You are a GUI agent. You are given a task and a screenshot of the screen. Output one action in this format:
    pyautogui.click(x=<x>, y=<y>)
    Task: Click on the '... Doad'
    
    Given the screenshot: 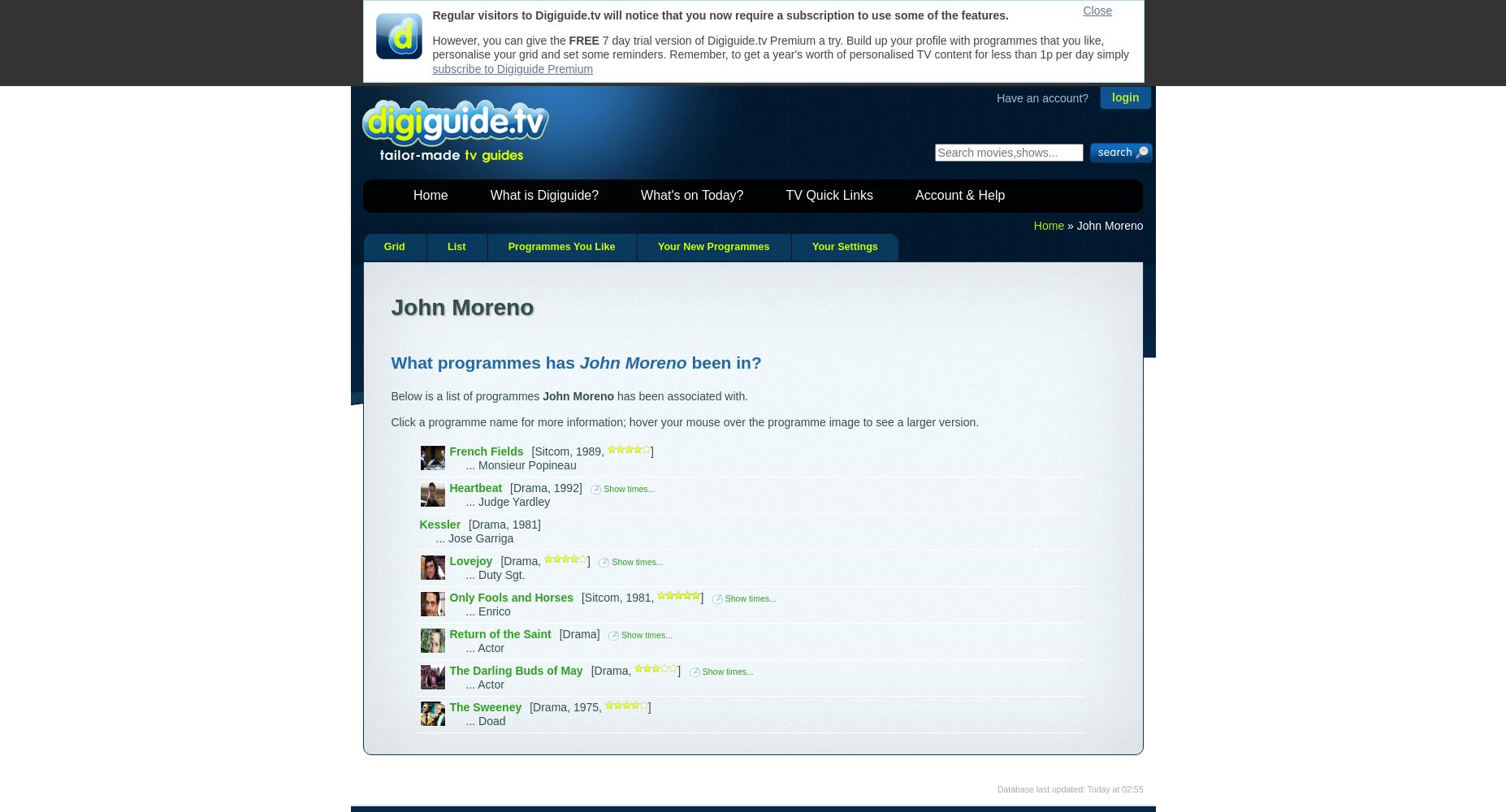 What is the action you would take?
    pyautogui.click(x=485, y=721)
    